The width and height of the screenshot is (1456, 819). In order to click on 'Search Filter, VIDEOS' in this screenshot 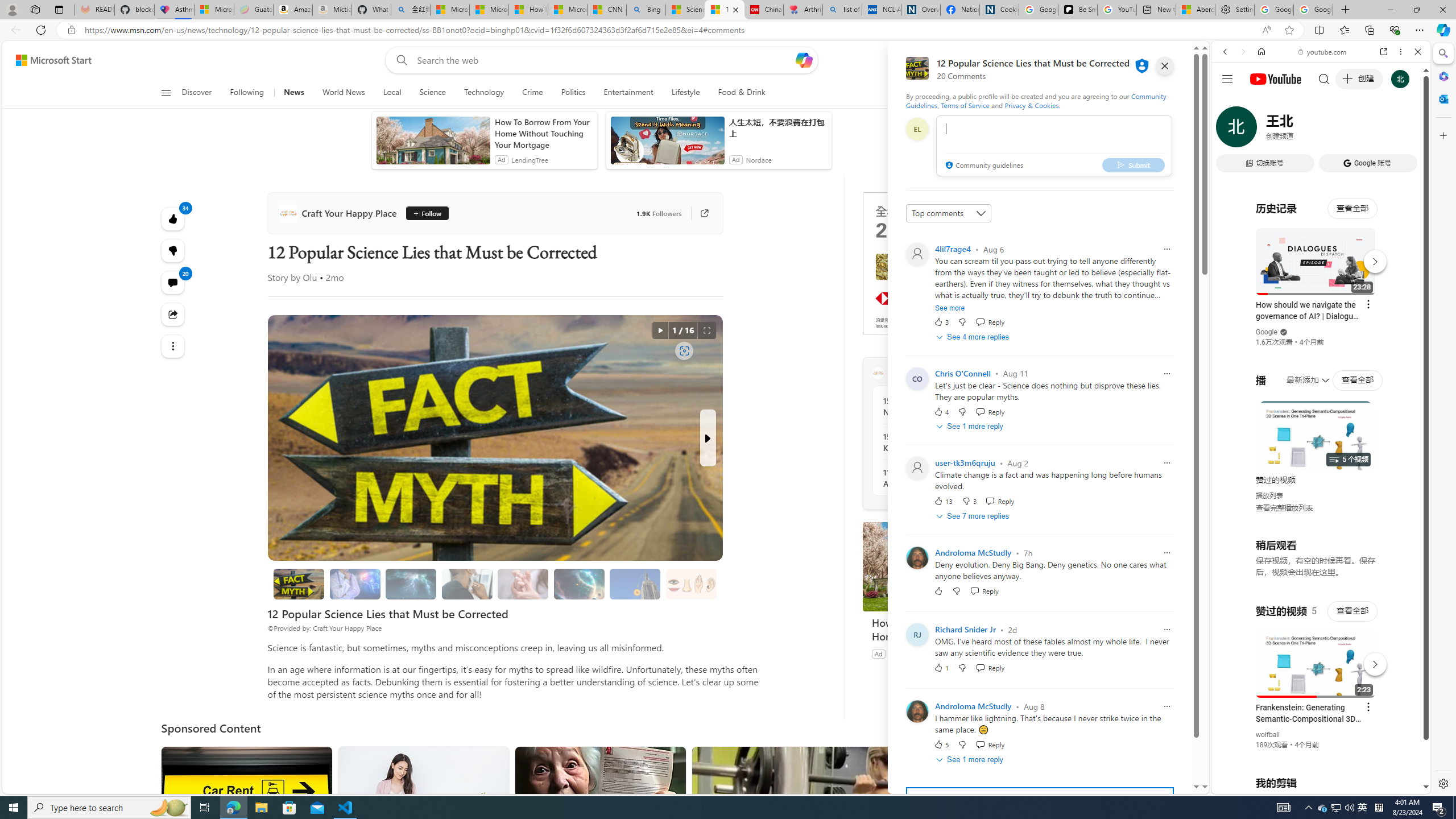, I will do `click(1300, 129)`.